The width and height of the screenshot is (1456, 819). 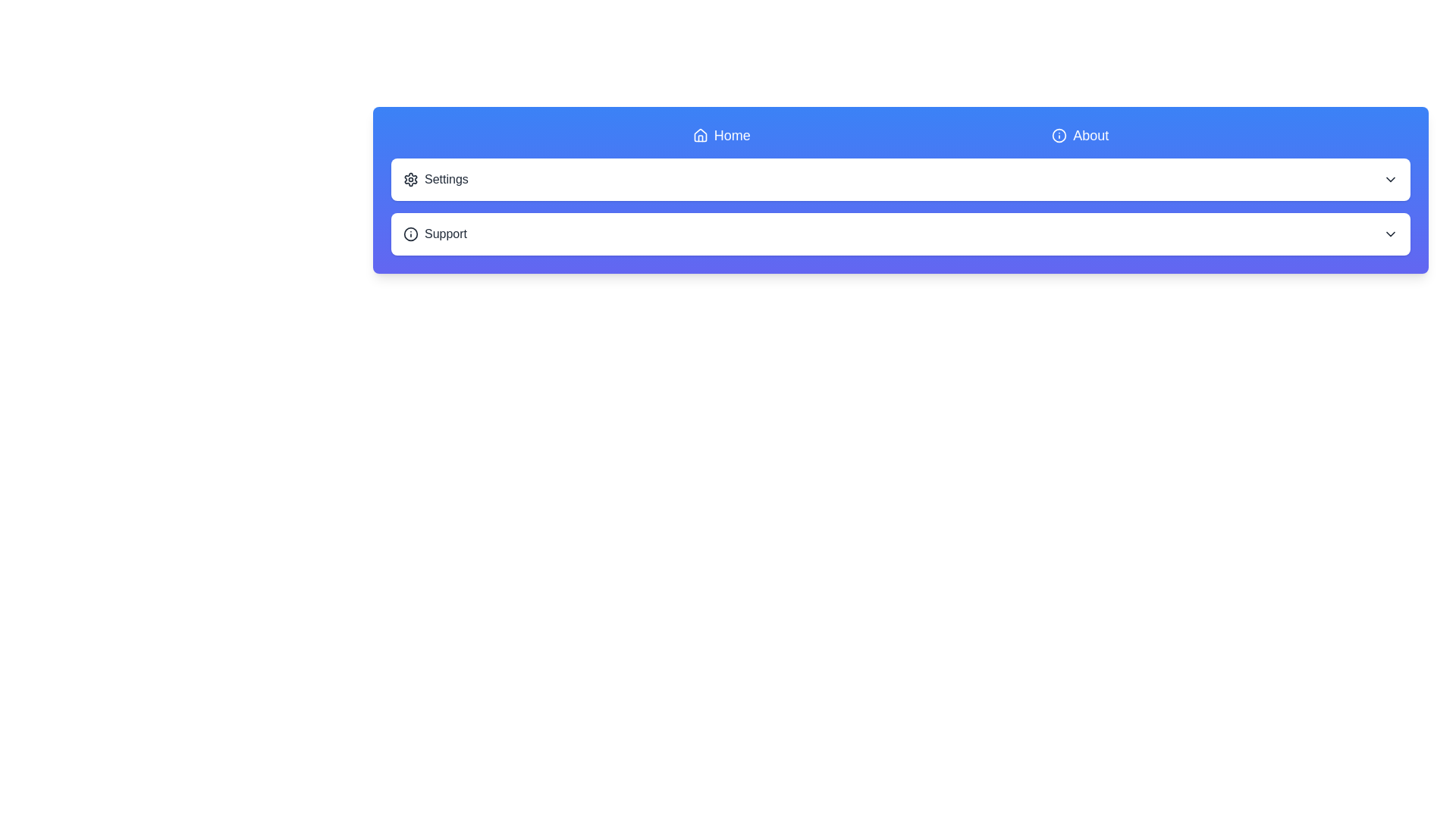 What do you see at coordinates (1390, 178) in the screenshot?
I see `the chevron-down icon` at bounding box center [1390, 178].